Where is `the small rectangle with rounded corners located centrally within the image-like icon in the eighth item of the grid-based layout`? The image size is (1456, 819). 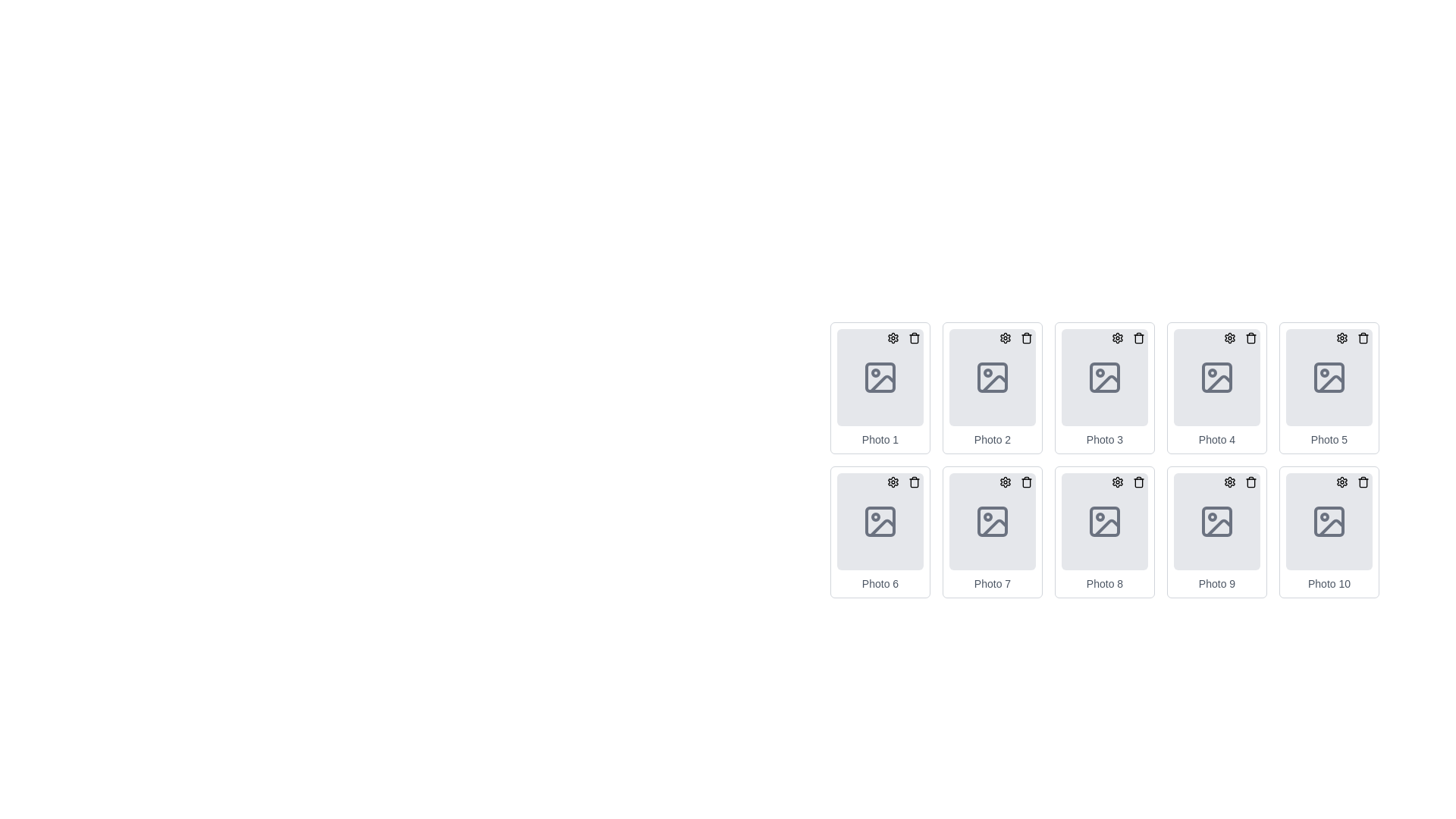
the small rectangle with rounded corners located centrally within the image-like icon in the eighth item of the grid-based layout is located at coordinates (1105, 520).